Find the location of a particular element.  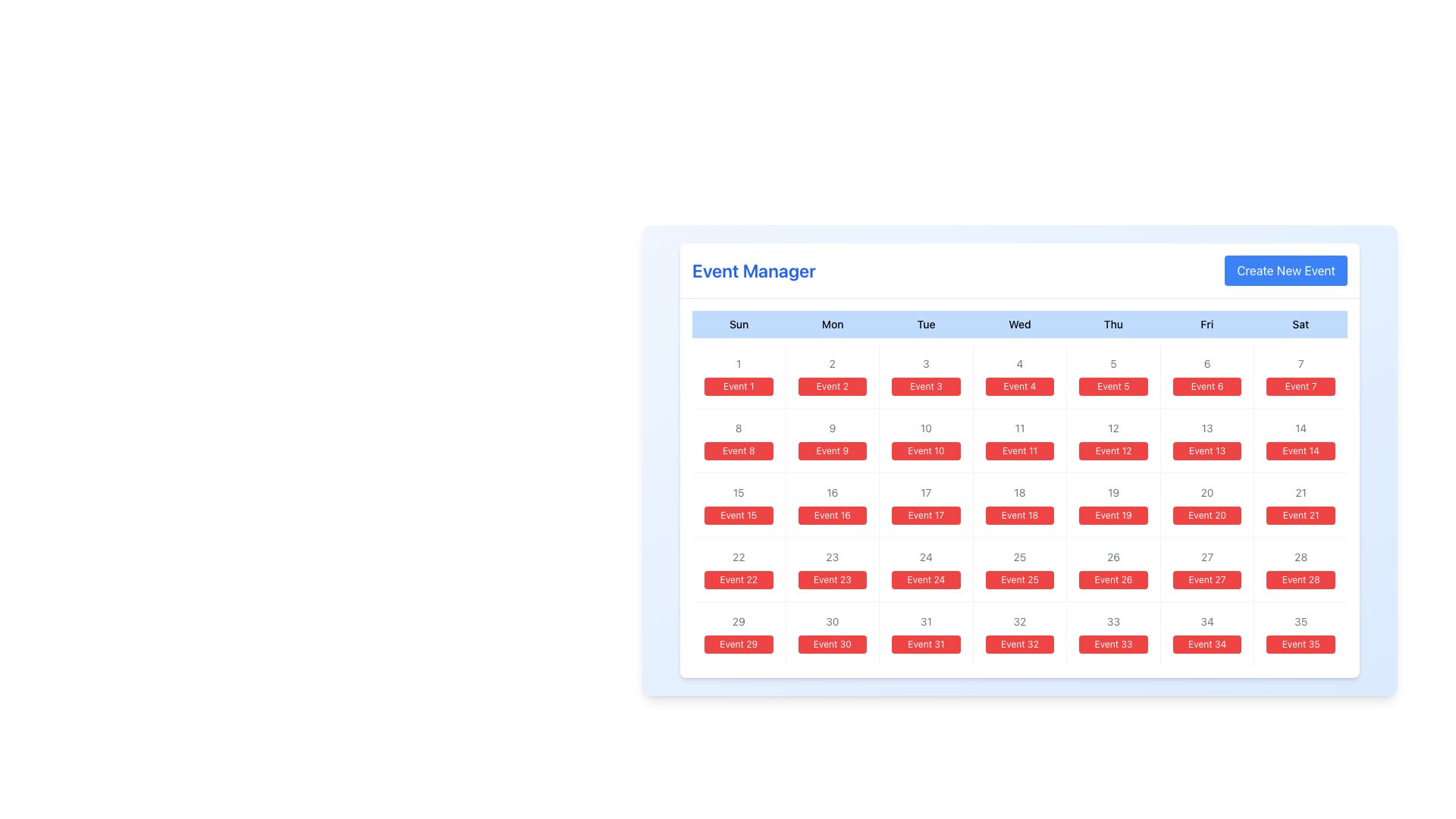

the button representing the event in the calendar for Saturday, located in the first row under the header '7' is located at coordinates (1300, 385).